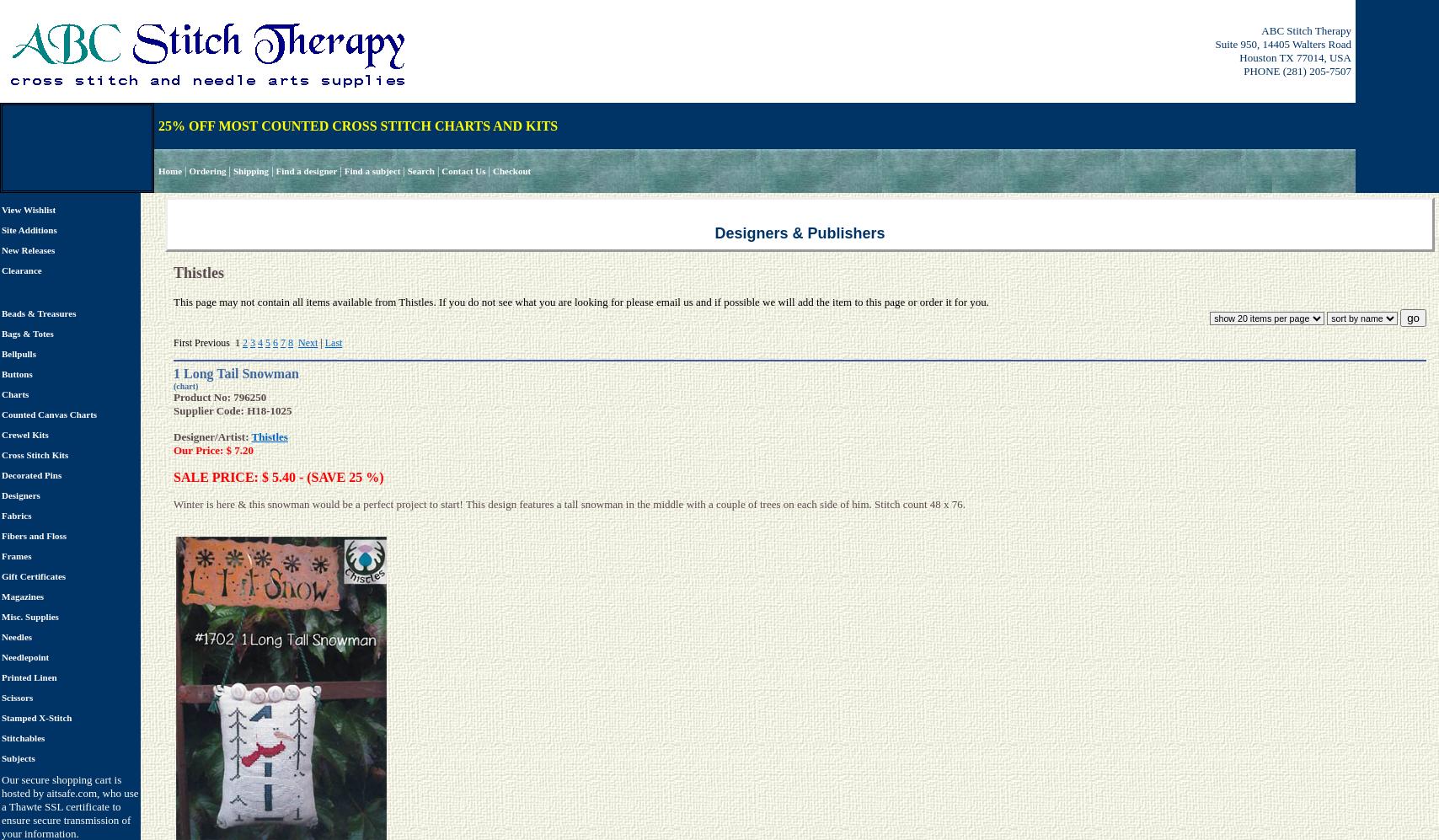 Image resolution: width=1439 pixels, height=840 pixels. I want to click on 'Counted Canvas Charts', so click(49, 415).